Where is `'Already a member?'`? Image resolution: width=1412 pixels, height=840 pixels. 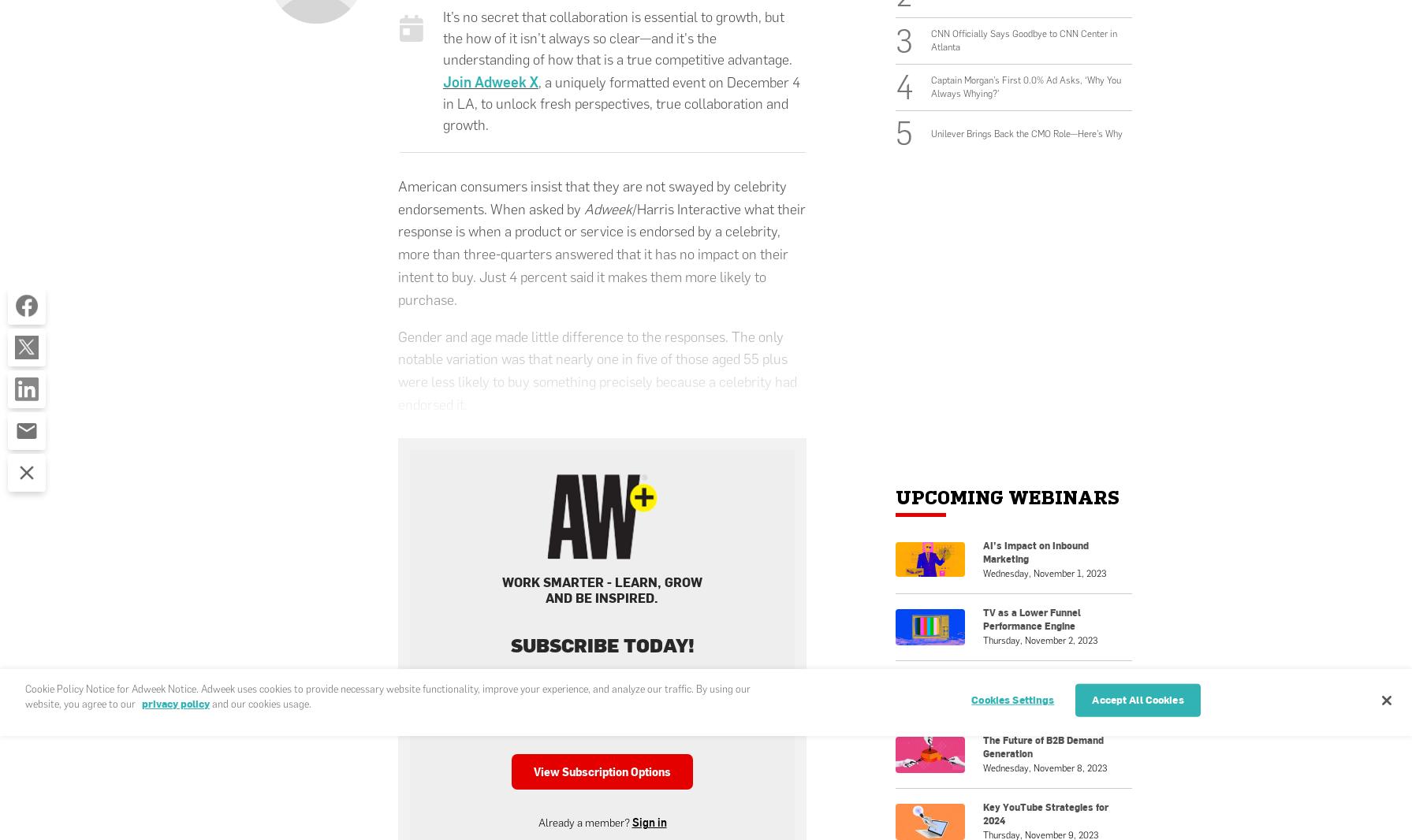 'Already a member?' is located at coordinates (538, 823).